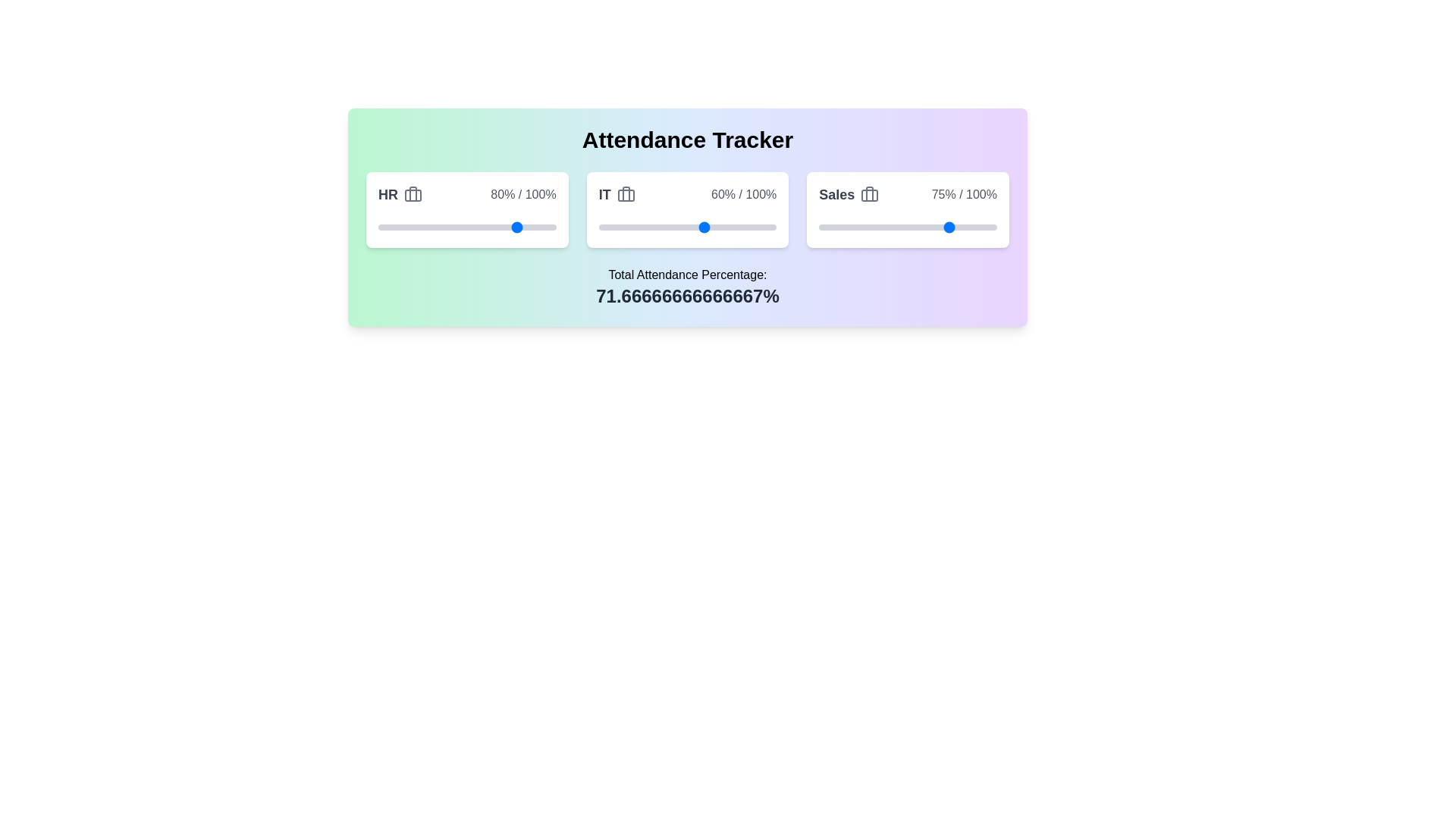  Describe the element at coordinates (487, 227) in the screenshot. I see `HR attendance percentage` at that location.